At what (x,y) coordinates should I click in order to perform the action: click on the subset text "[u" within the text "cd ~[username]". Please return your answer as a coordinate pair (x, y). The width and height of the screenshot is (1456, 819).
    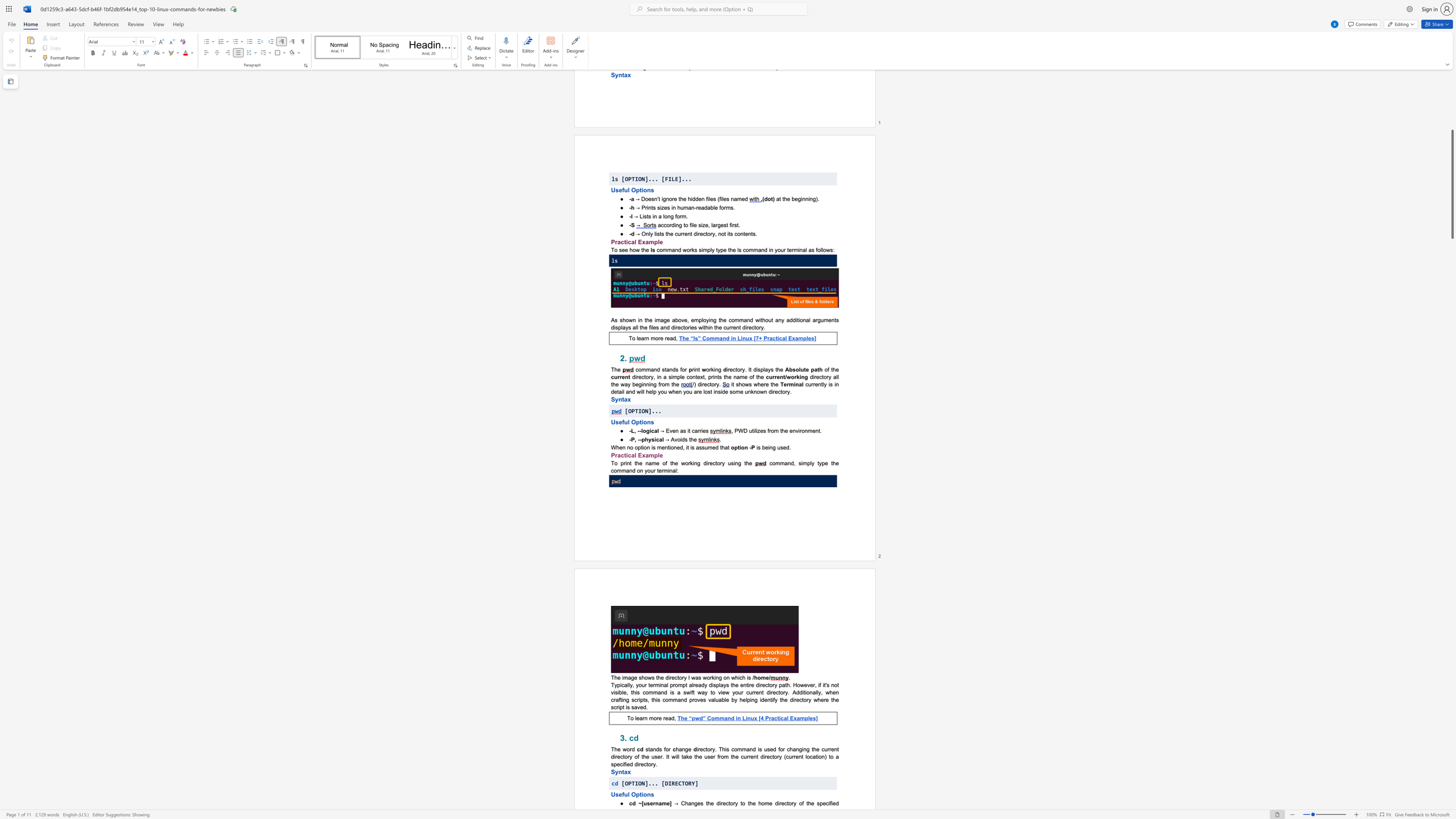
    Looking at the image, I should click on (641, 803).